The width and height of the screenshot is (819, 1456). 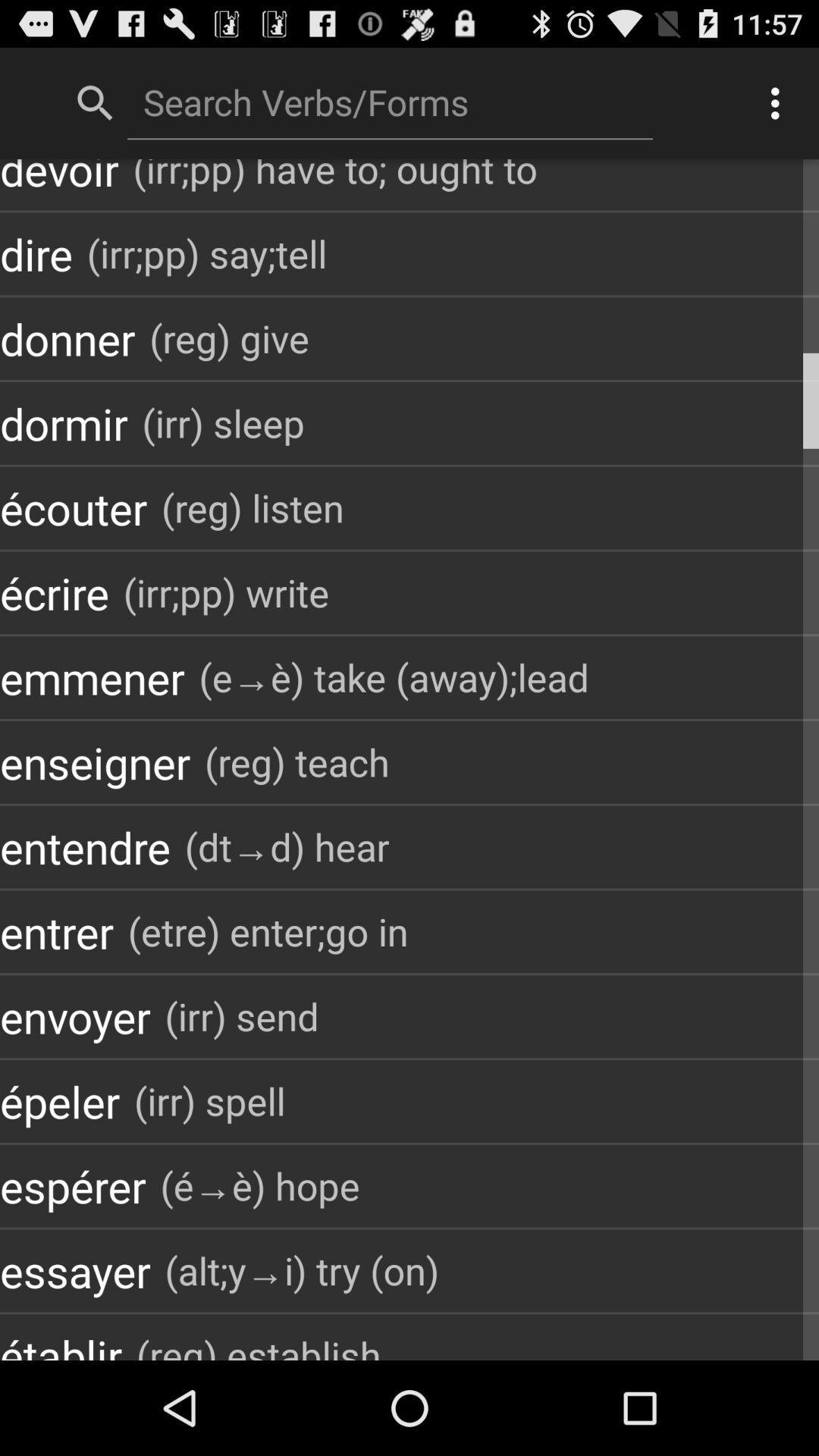 What do you see at coordinates (75, 1270) in the screenshot?
I see `essayer app` at bounding box center [75, 1270].